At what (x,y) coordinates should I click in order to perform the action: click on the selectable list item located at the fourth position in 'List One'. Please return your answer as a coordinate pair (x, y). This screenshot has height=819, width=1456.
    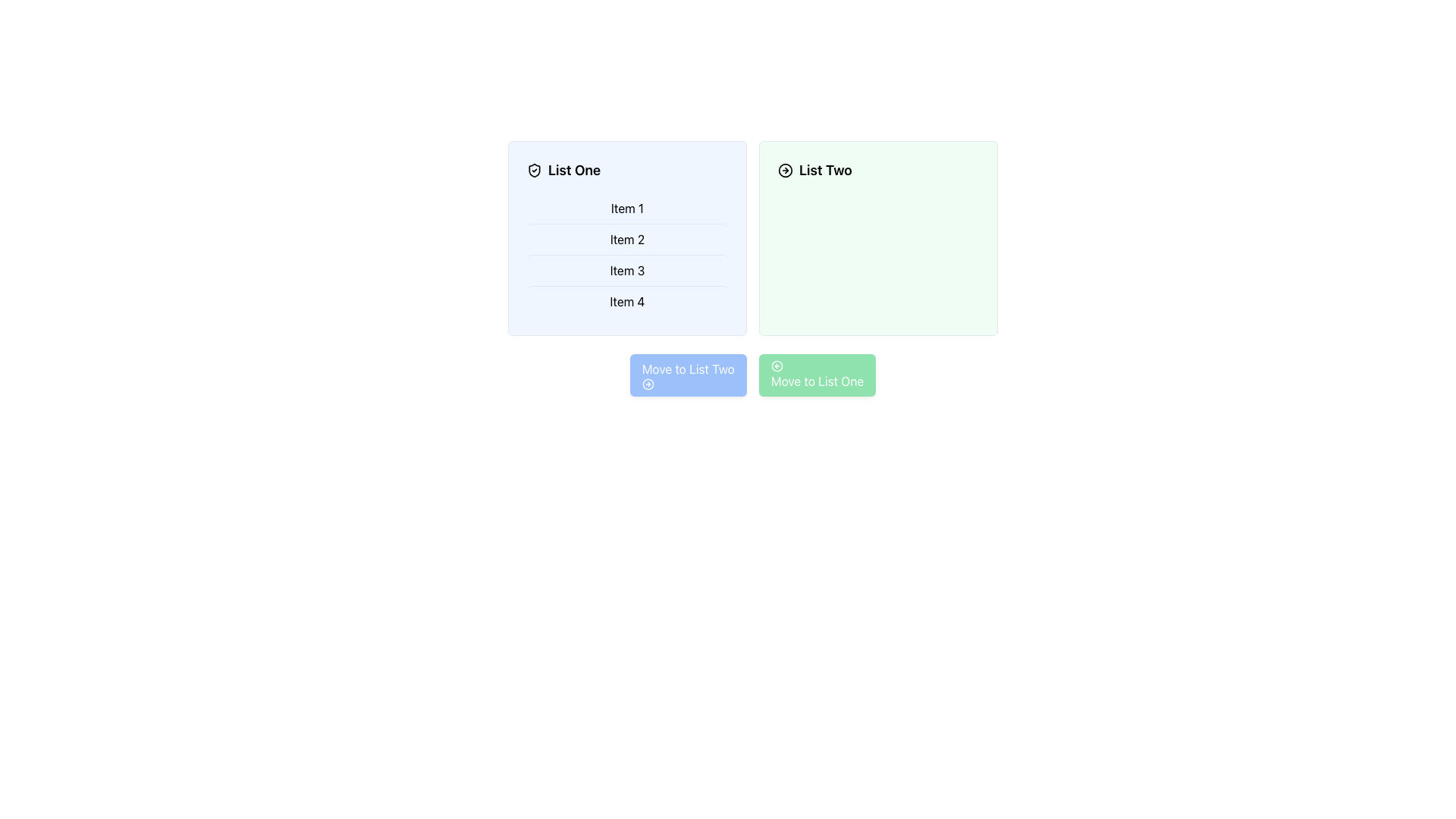
    Looking at the image, I should click on (627, 301).